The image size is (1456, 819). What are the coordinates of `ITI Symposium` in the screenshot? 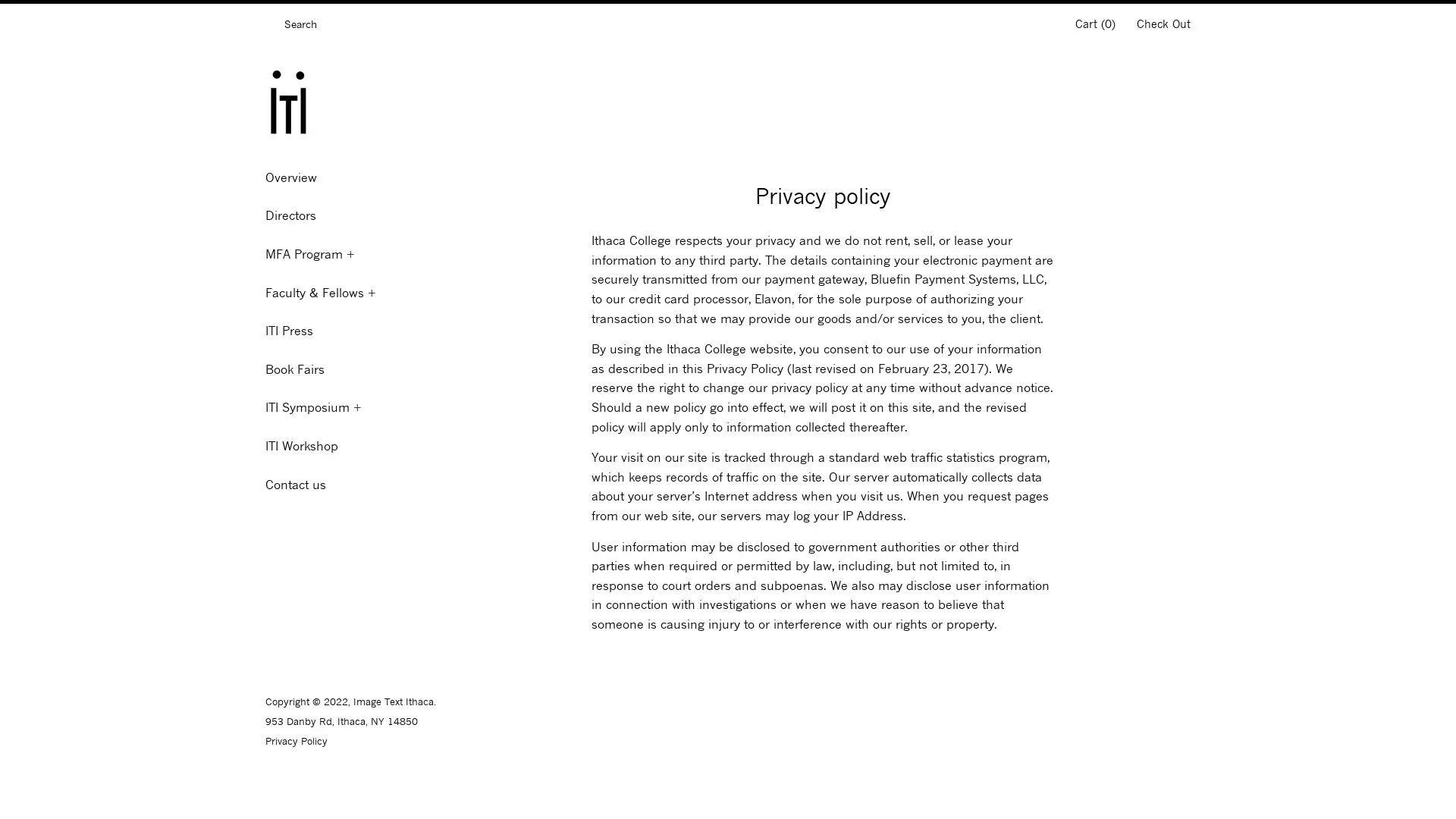 It's located at (348, 406).